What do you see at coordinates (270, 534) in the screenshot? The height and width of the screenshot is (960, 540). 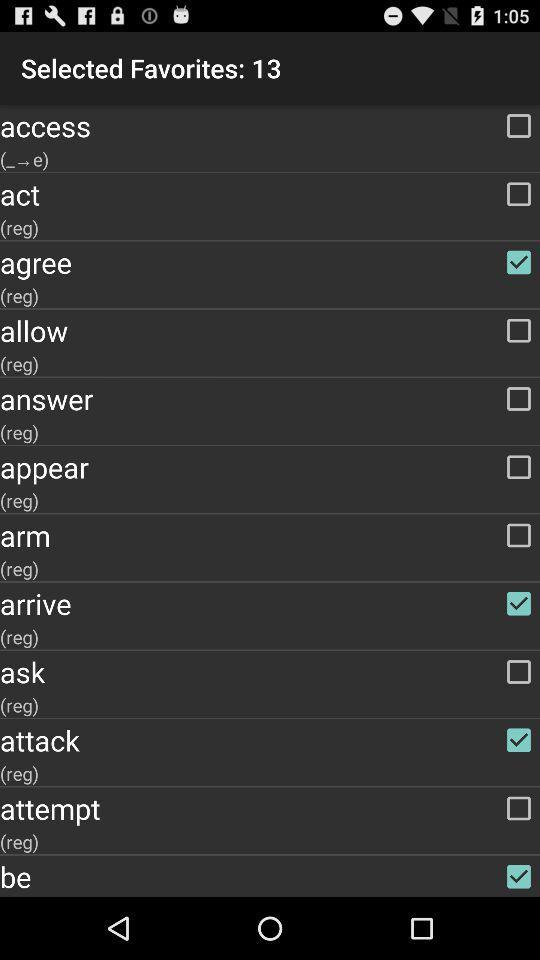 I see `the icon above the (reg)  item` at bounding box center [270, 534].